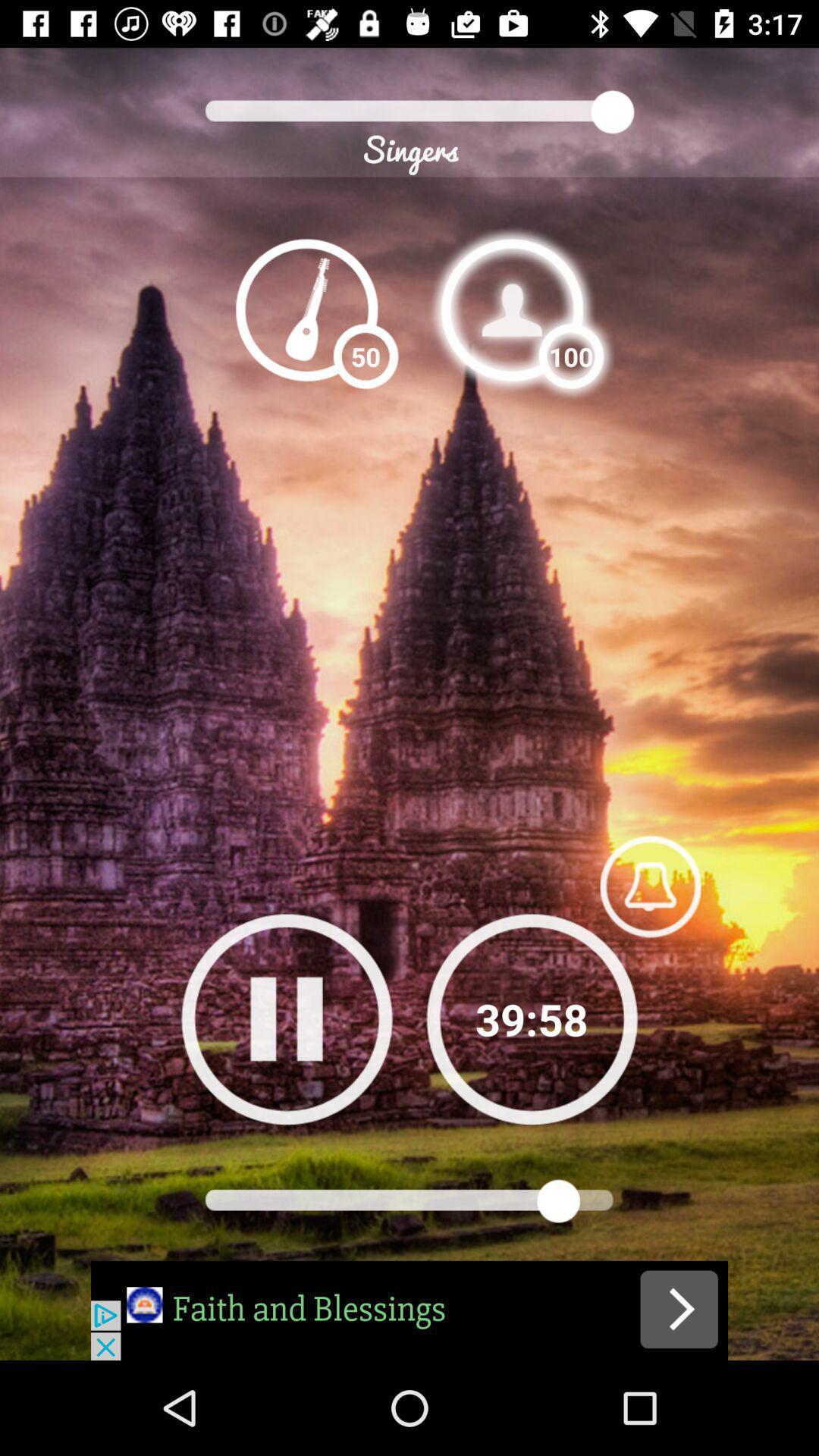 This screenshot has width=819, height=1456. What do you see at coordinates (287, 1018) in the screenshot?
I see `button to pause something` at bounding box center [287, 1018].